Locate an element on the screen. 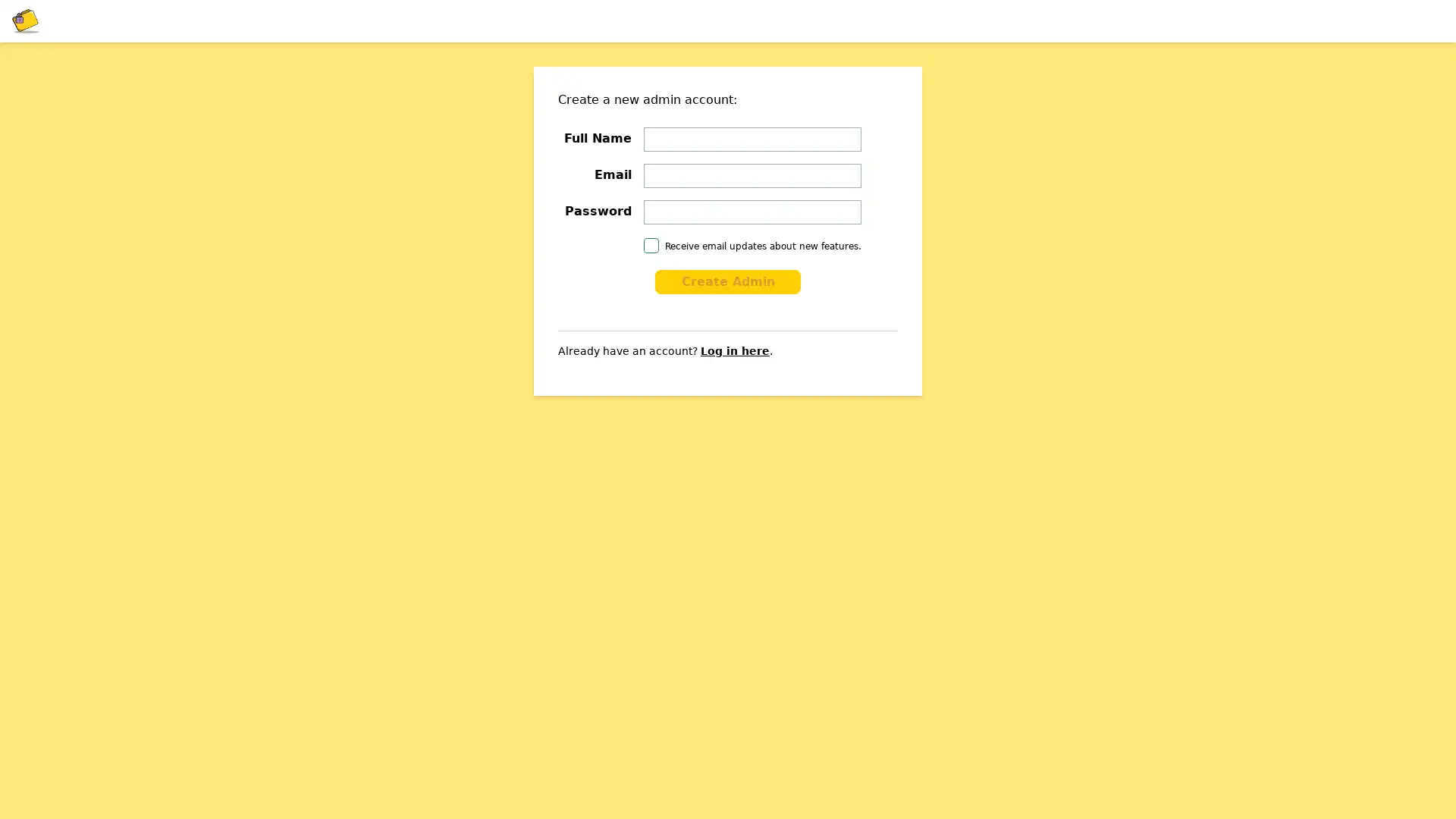 The width and height of the screenshot is (1456, 819). Create Admin is located at coordinates (728, 281).